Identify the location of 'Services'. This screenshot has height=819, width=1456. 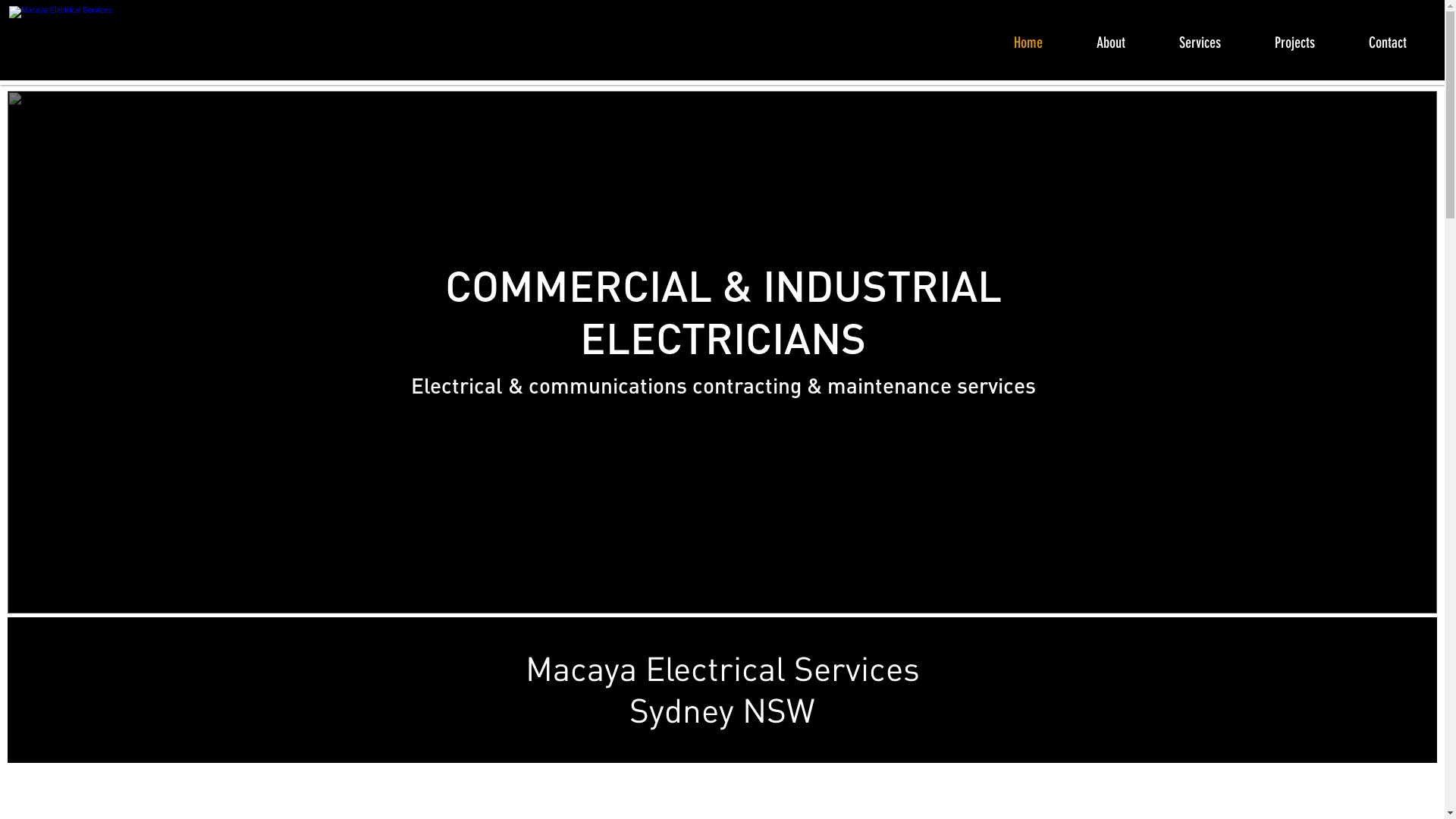
(1163, 39).